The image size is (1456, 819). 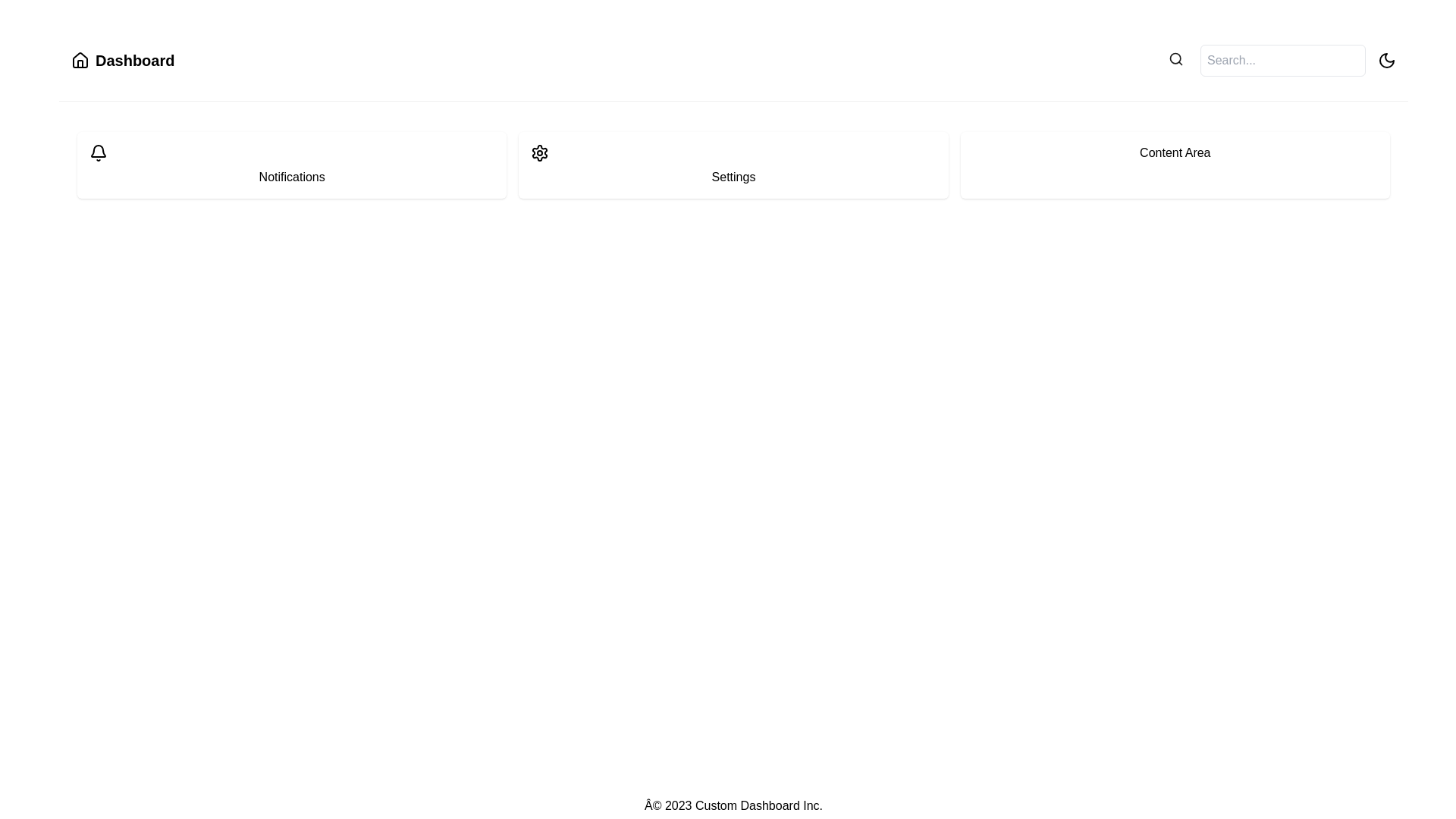 What do you see at coordinates (733, 165) in the screenshot?
I see `the 'Settings' navigational link or button, which features a cogwheel icon and is centrally aligned within the grid layout` at bounding box center [733, 165].